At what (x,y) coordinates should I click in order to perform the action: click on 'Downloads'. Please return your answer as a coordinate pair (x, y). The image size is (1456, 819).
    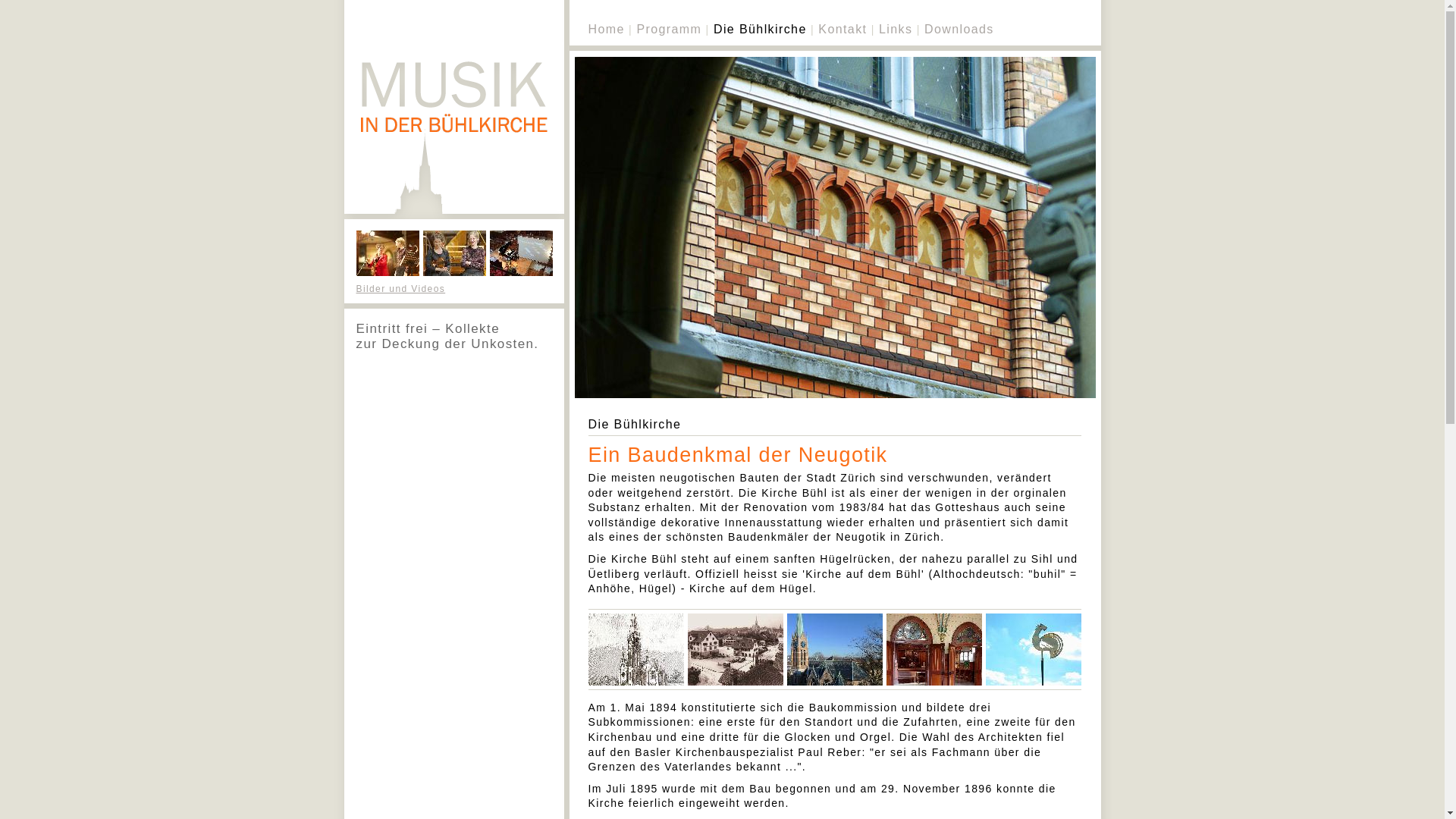
    Looking at the image, I should click on (959, 29).